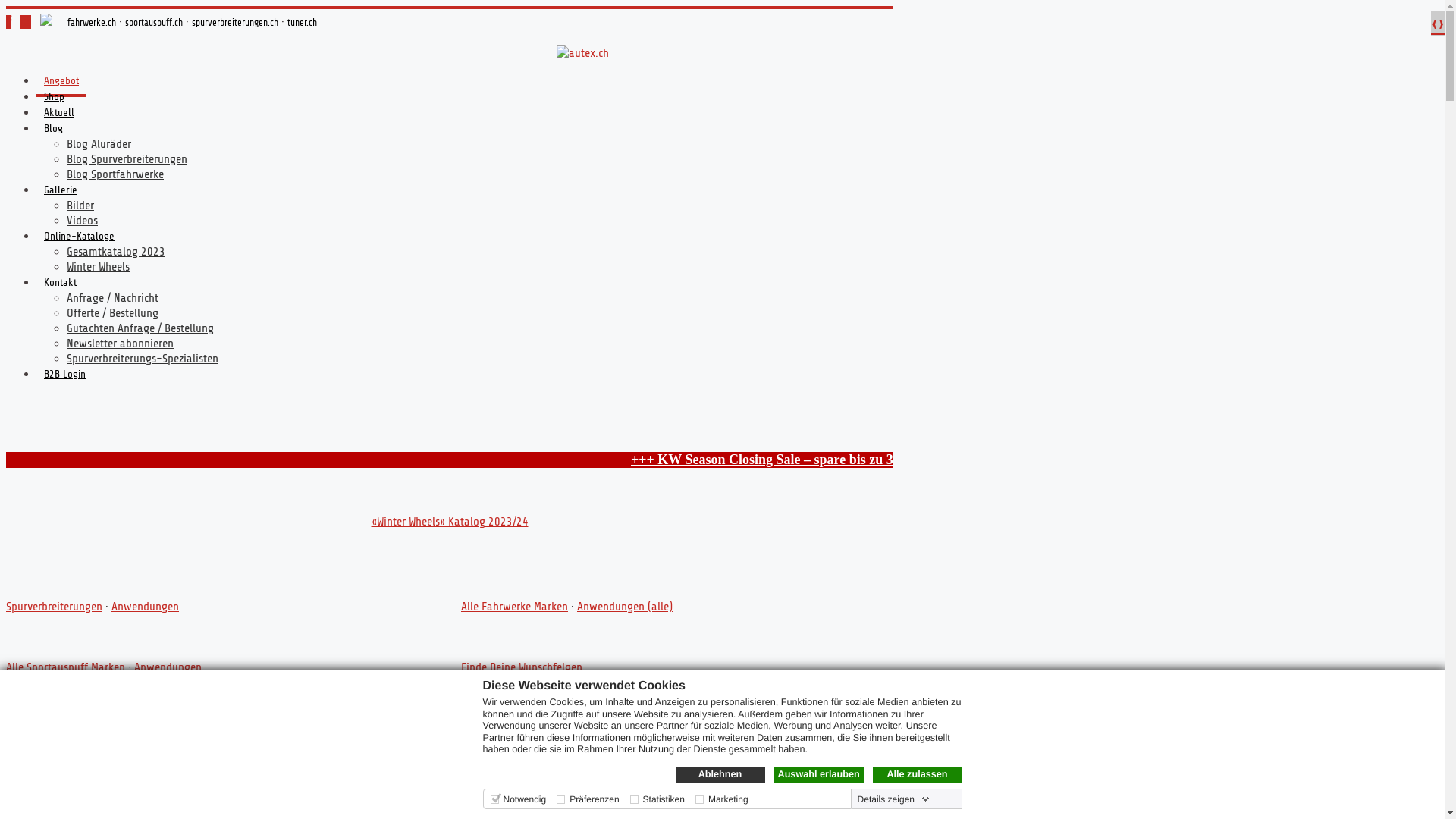 Image resolution: width=1456 pixels, height=819 pixels. Describe the element at coordinates (119, 343) in the screenshot. I see `'Newsletter abonnieren'` at that location.